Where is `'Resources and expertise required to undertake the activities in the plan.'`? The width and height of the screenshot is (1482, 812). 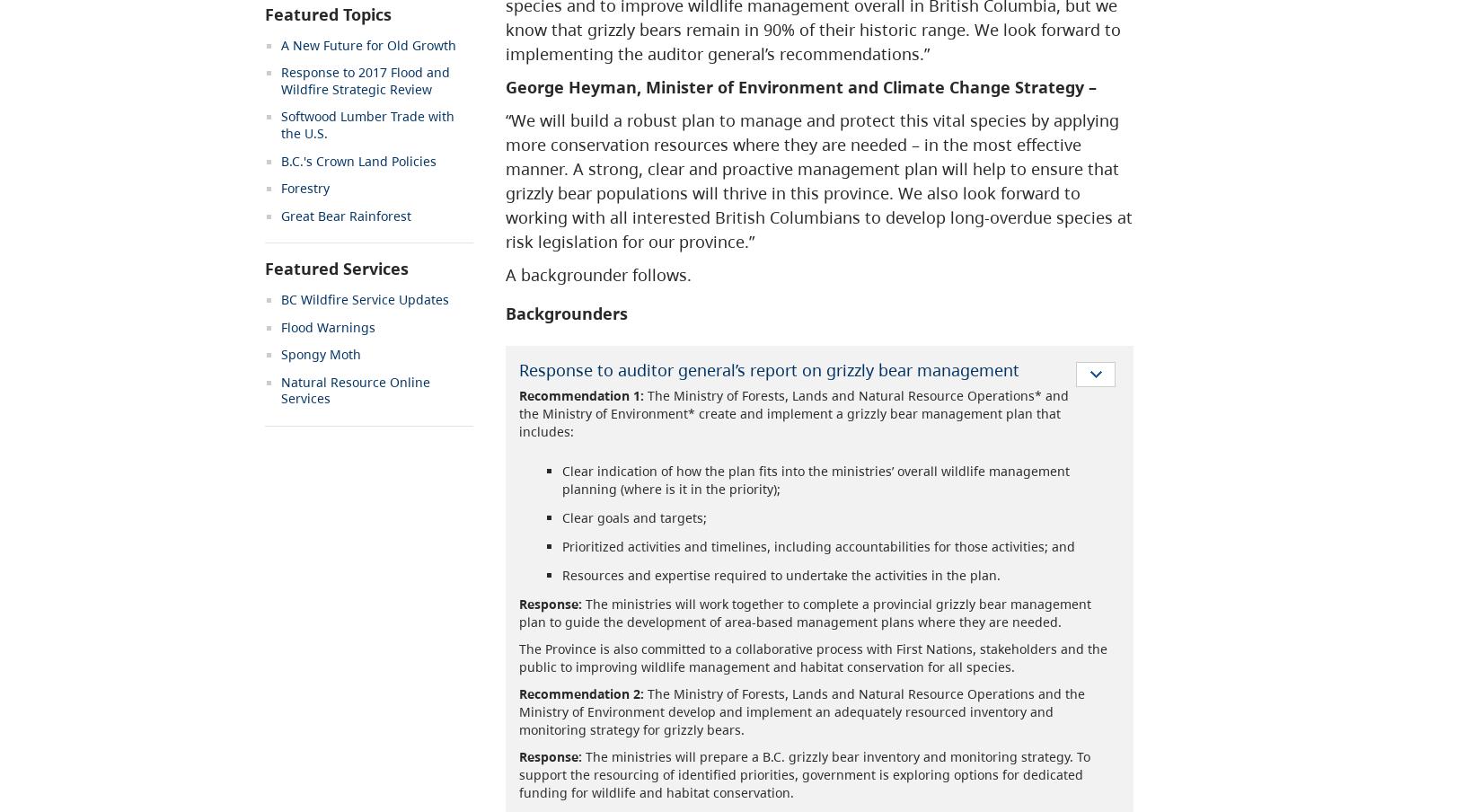 'Resources and expertise required to undertake the activities in the plan.' is located at coordinates (781, 574).